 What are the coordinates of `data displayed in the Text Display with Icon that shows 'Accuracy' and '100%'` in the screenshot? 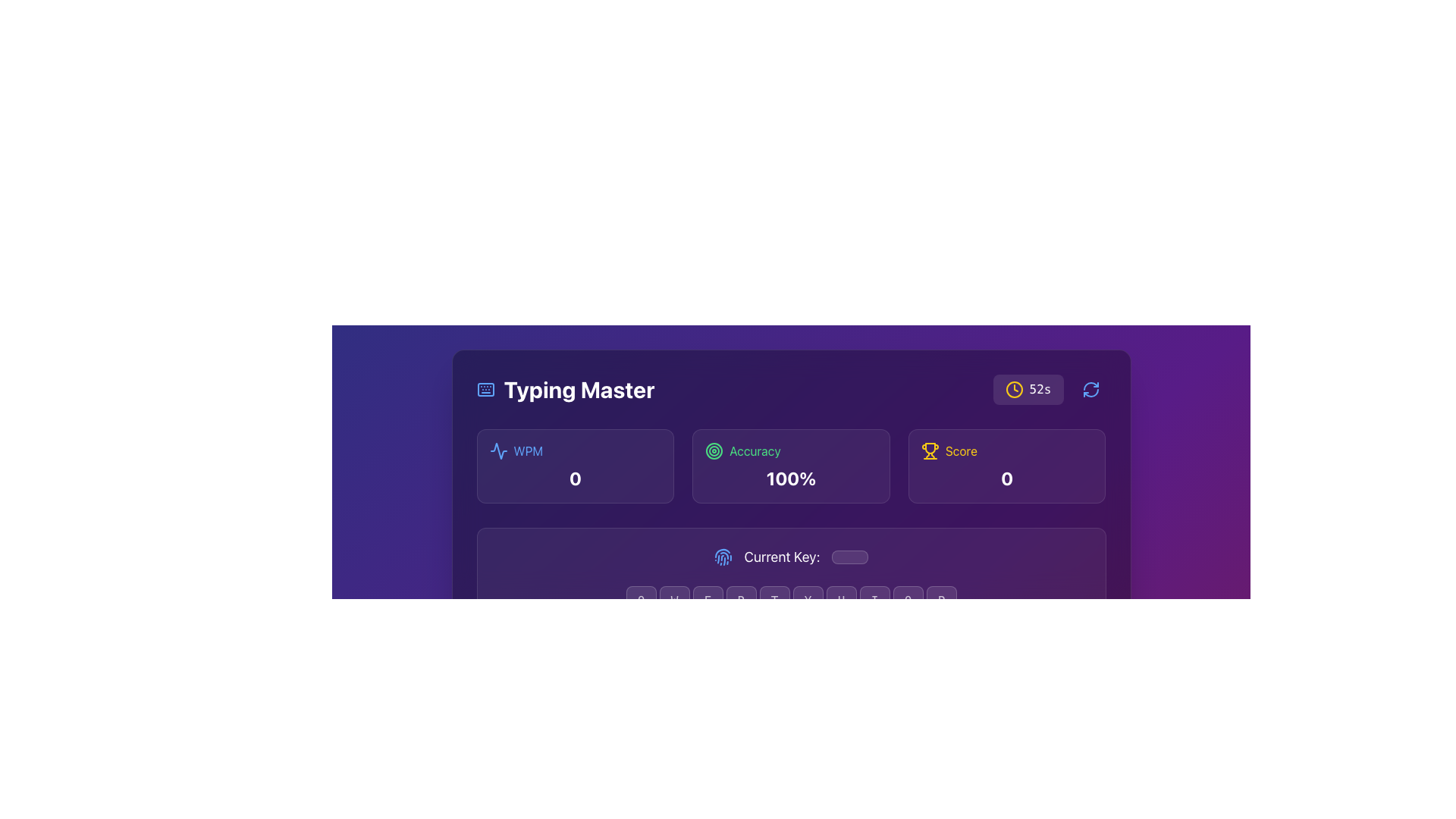 It's located at (790, 465).